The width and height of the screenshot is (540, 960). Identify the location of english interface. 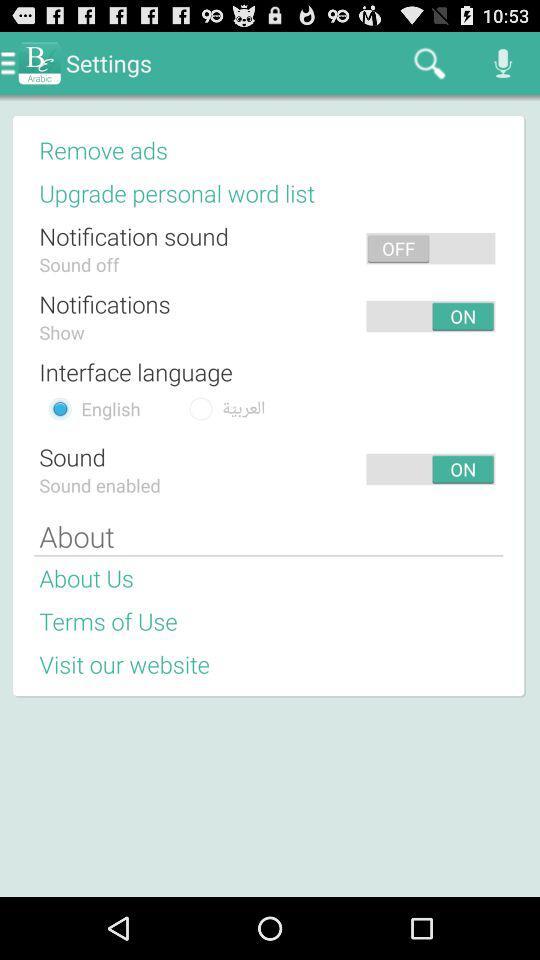
(60, 407).